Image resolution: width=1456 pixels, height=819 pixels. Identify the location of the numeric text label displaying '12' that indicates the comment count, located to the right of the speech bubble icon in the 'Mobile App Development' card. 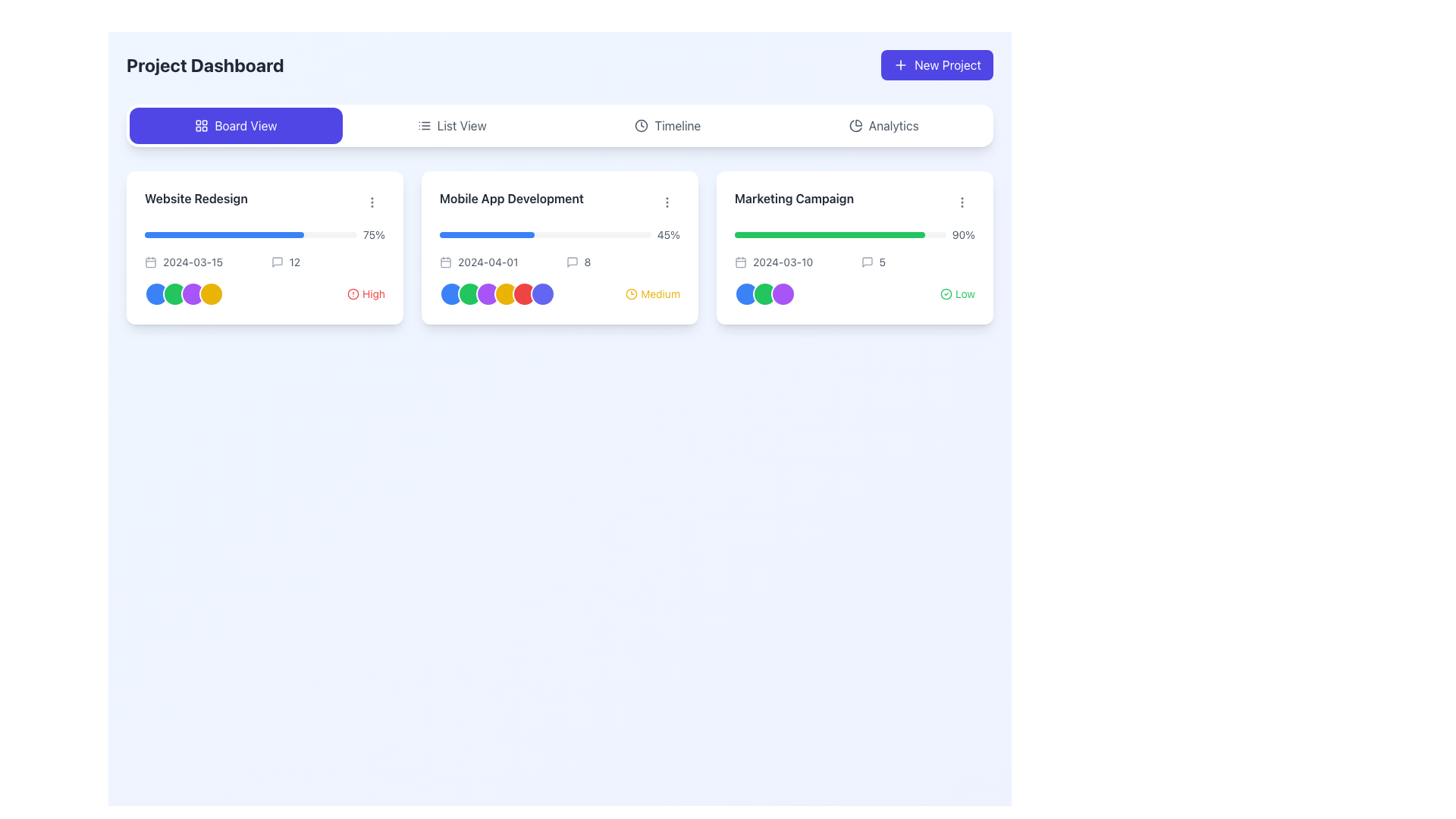
(294, 262).